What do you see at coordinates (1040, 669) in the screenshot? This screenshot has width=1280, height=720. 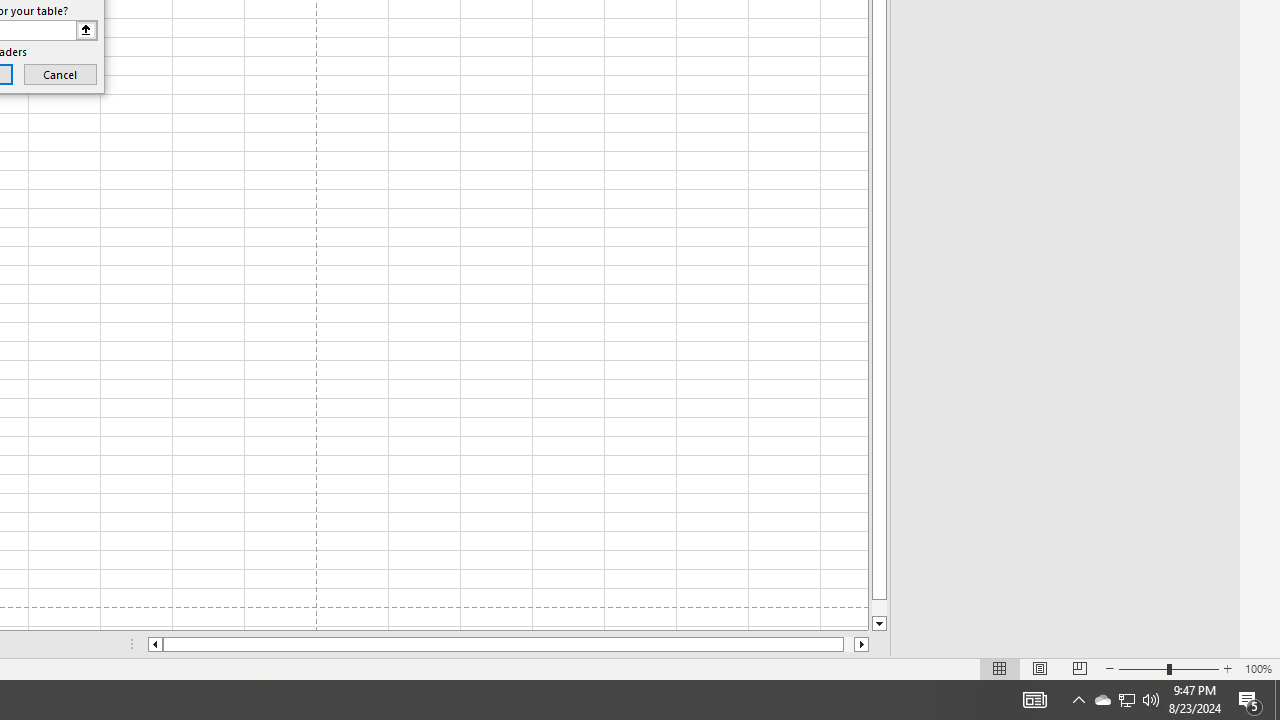 I see `'Page Layout'` at bounding box center [1040, 669].